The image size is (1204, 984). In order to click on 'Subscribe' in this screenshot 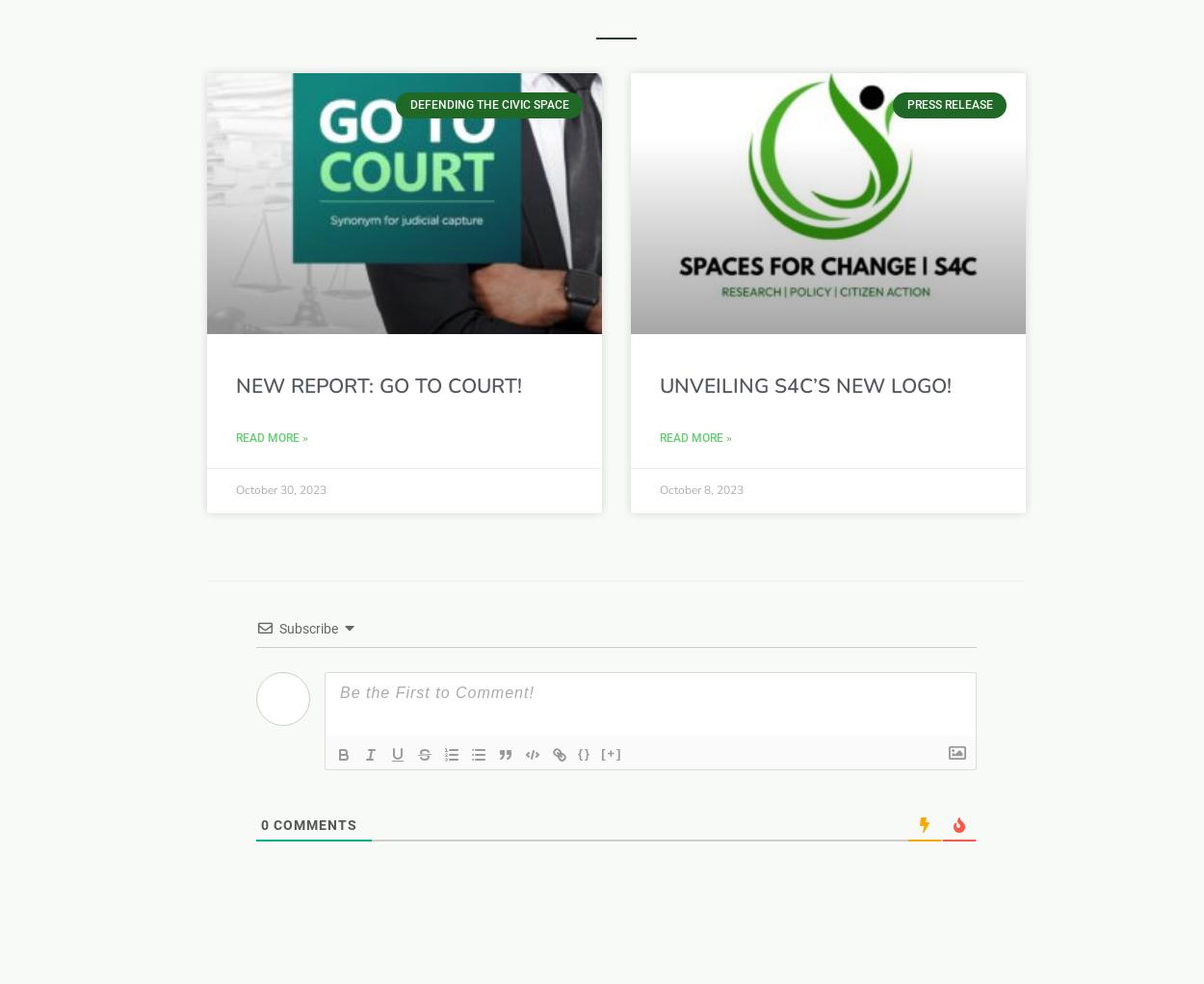, I will do `click(307, 628)`.